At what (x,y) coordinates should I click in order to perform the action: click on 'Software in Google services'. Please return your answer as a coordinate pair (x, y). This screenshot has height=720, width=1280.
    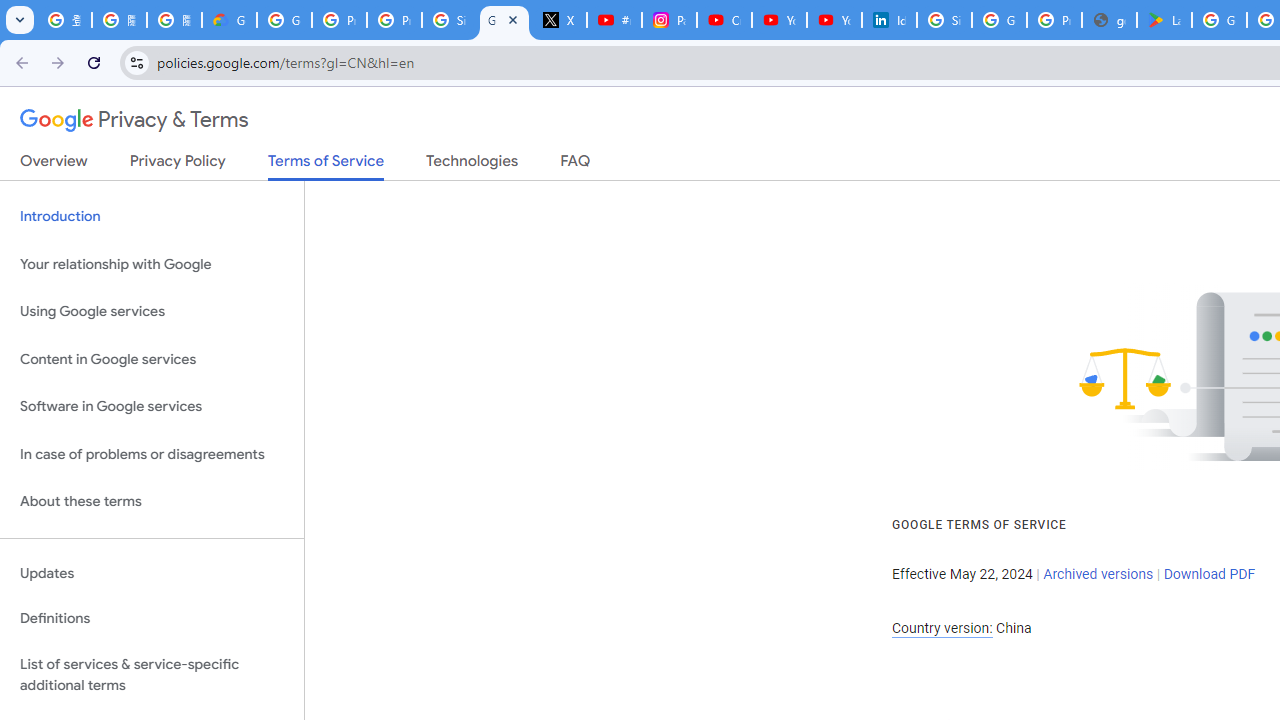
    Looking at the image, I should click on (151, 406).